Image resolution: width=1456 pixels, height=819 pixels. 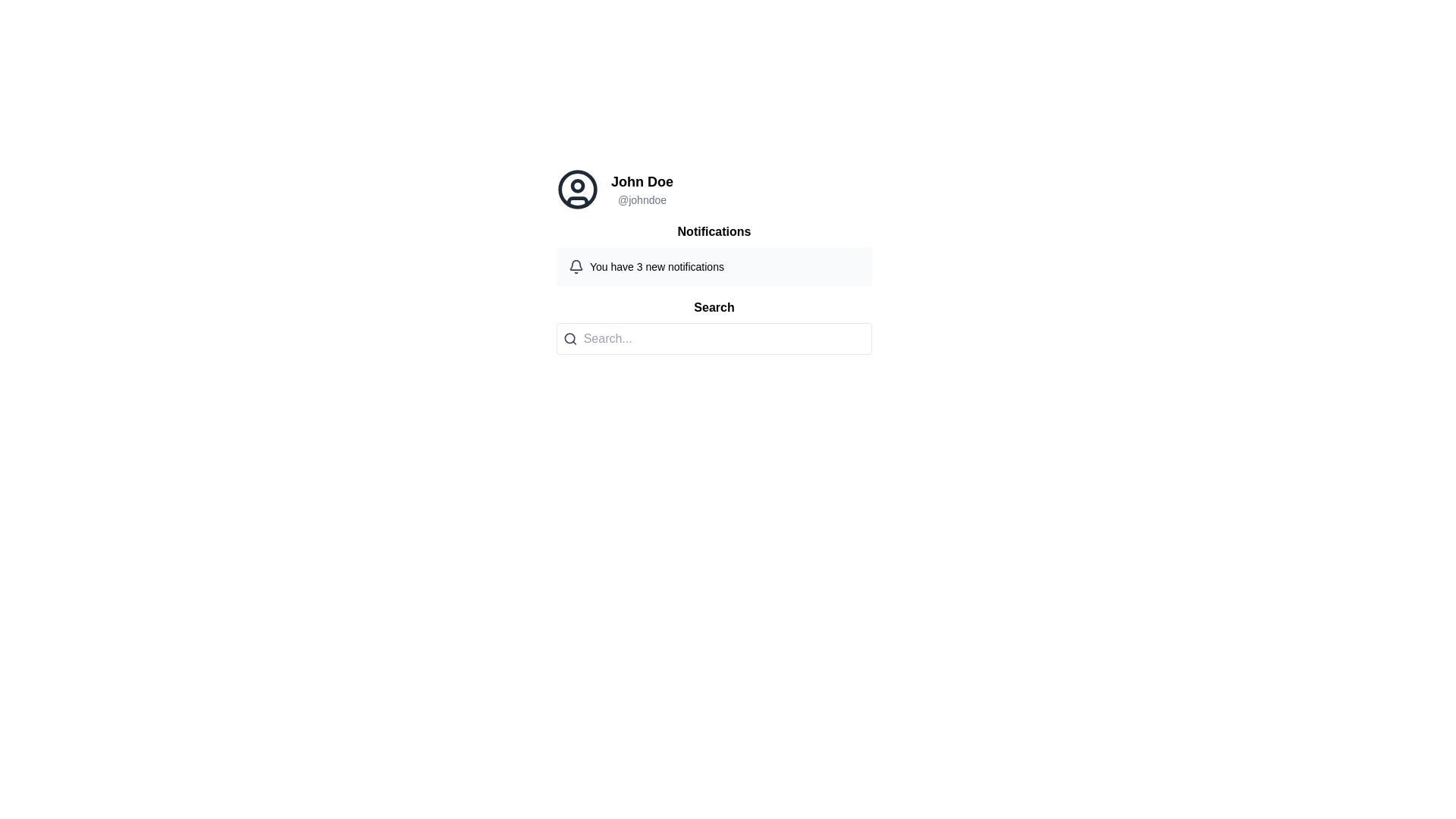 What do you see at coordinates (575, 265) in the screenshot?
I see `the bell icon representing notifications, which features a gray outline and a rounded shape with a handle on top, located to the left of the text 'You have 3 new notifications'` at bounding box center [575, 265].